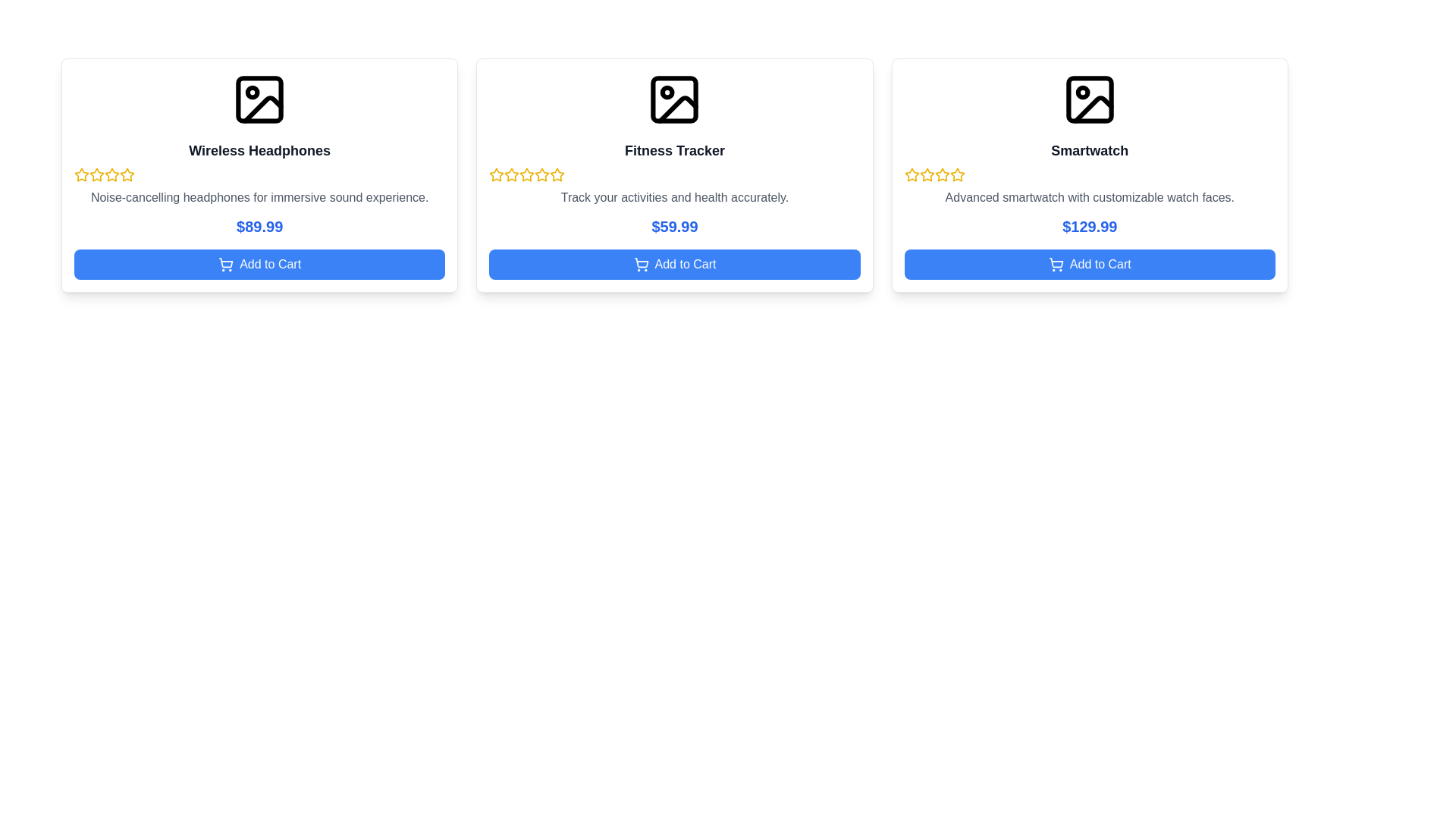 This screenshot has height=819, width=1456. What do you see at coordinates (557, 174) in the screenshot?
I see `the fourth star icon in the rating system of the 'Fitness Tracker' product card` at bounding box center [557, 174].